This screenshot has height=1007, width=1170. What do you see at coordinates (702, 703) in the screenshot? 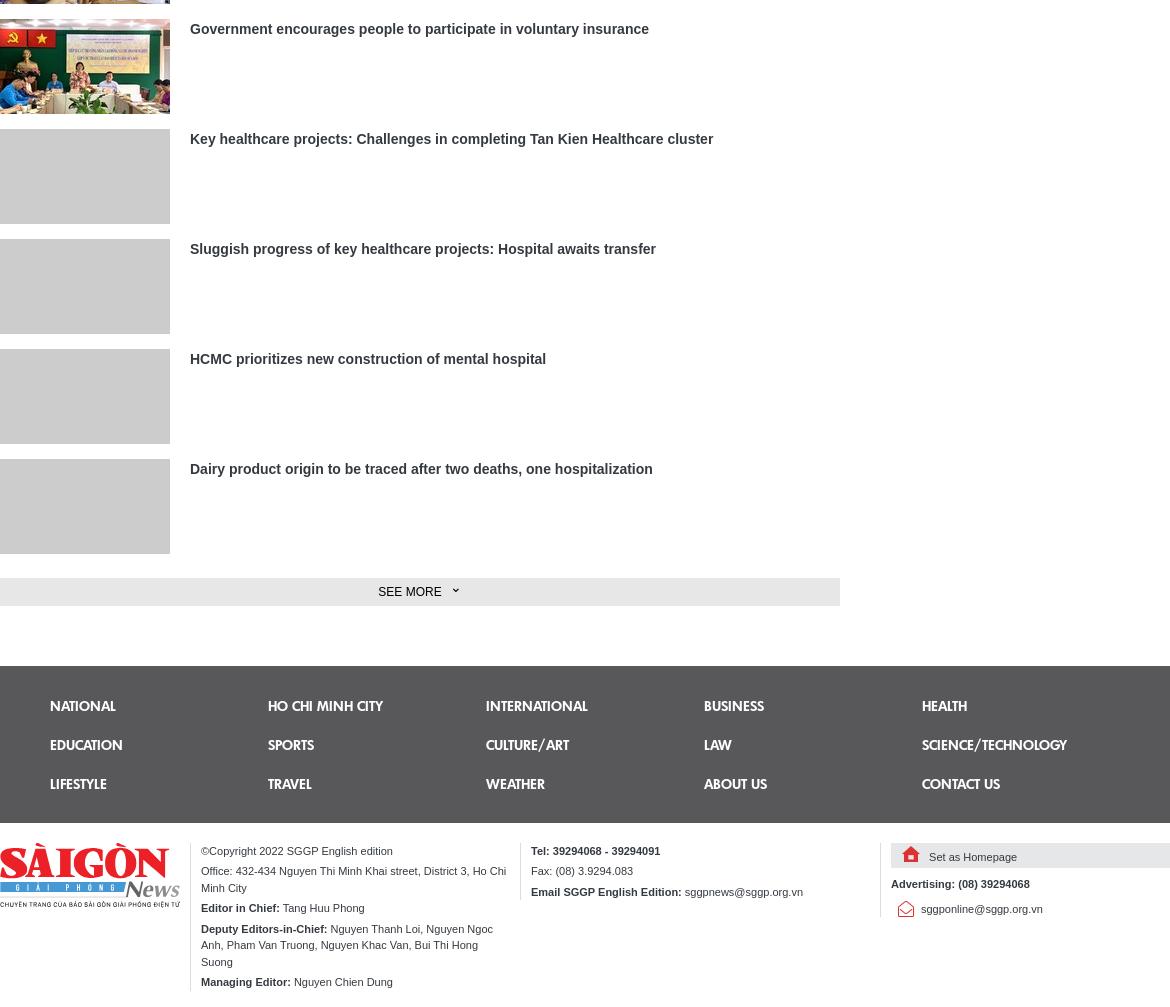
I see `'Business'` at bounding box center [702, 703].